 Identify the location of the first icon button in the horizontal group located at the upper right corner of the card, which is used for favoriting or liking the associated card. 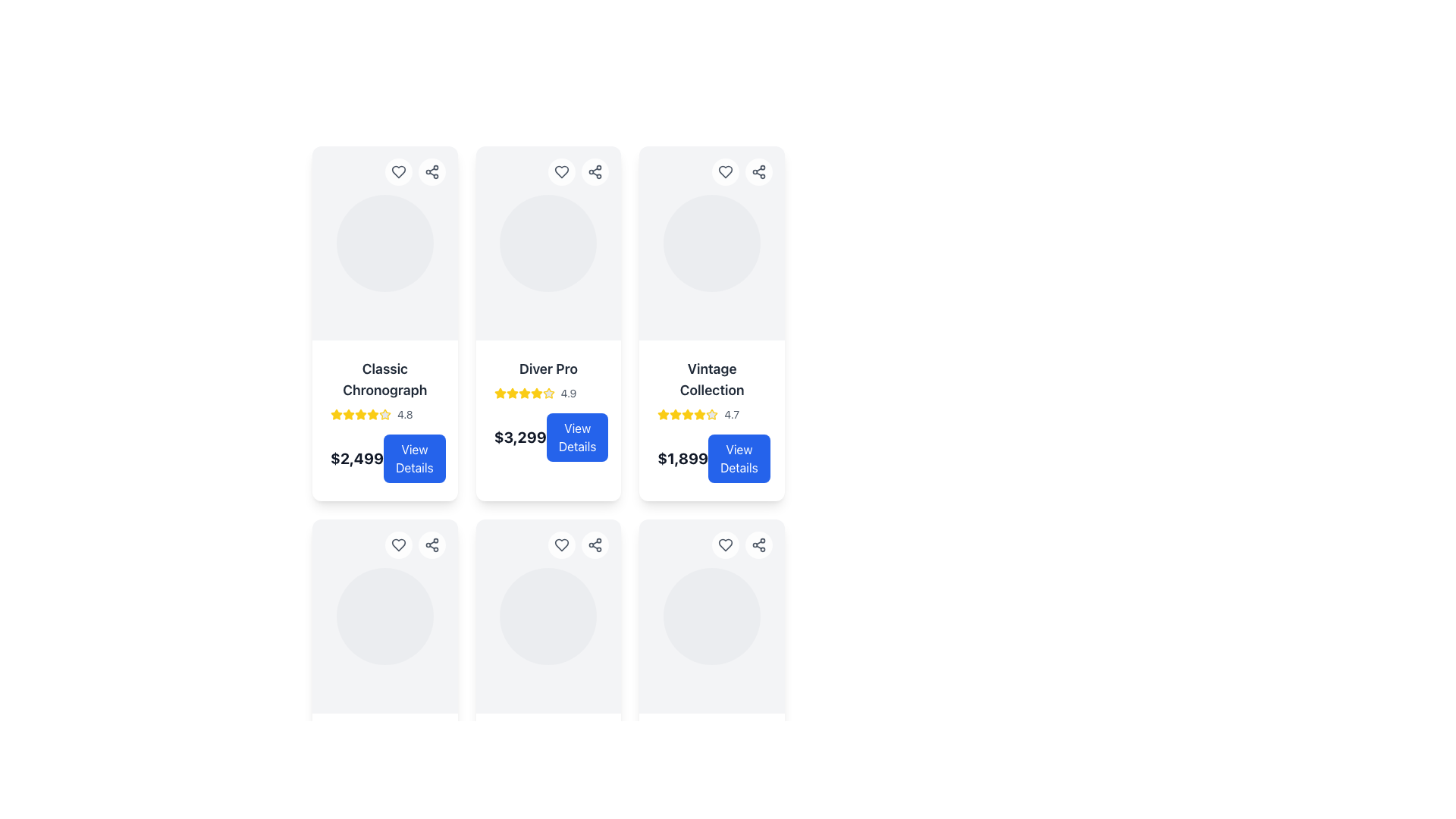
(561, 544).